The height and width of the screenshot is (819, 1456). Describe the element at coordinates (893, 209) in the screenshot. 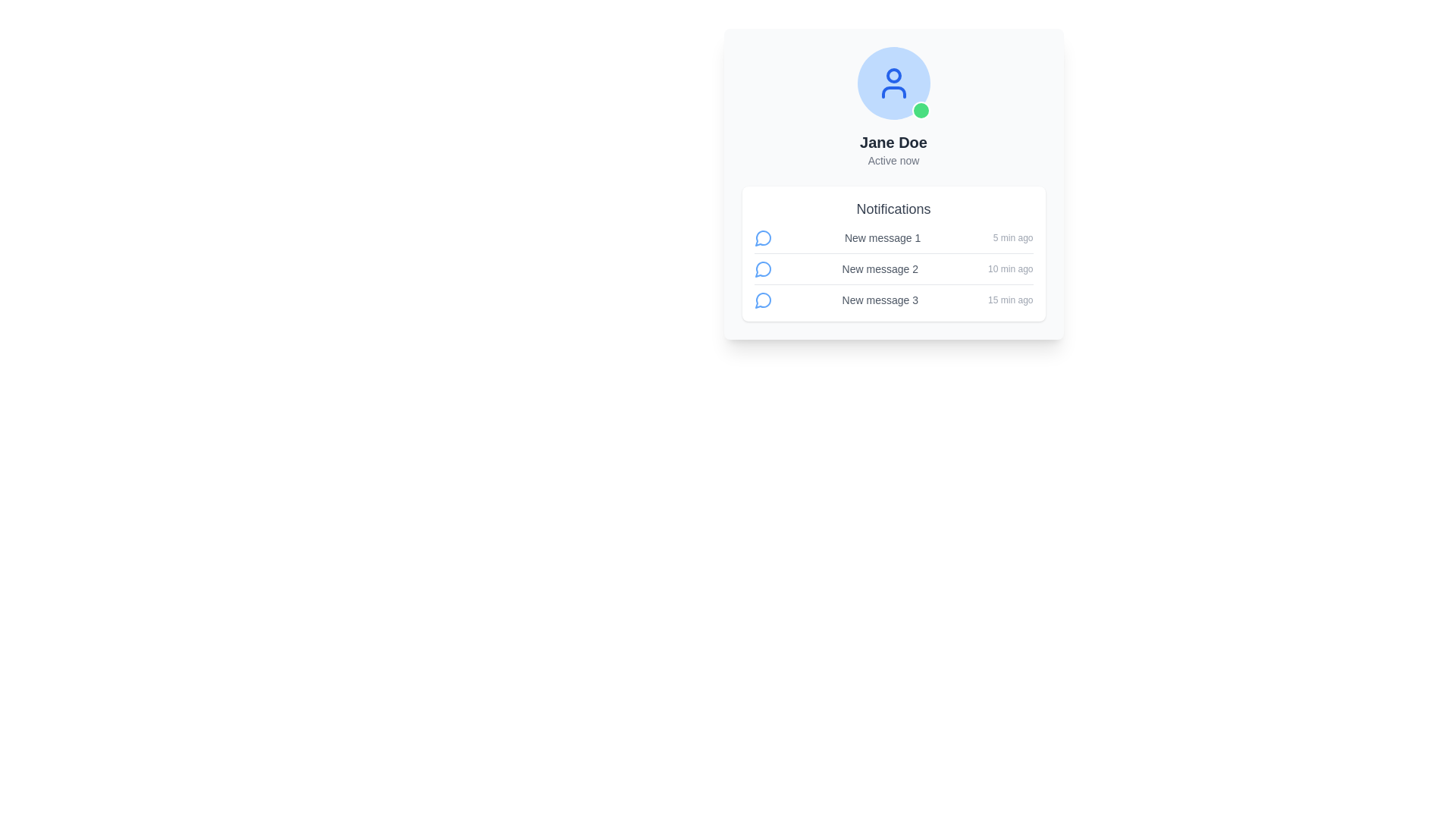

I see `the 'Notifications' text element, which is styled with a medium-sized gray font and positioned at the top of a notification card, above a list of messages` at that location.